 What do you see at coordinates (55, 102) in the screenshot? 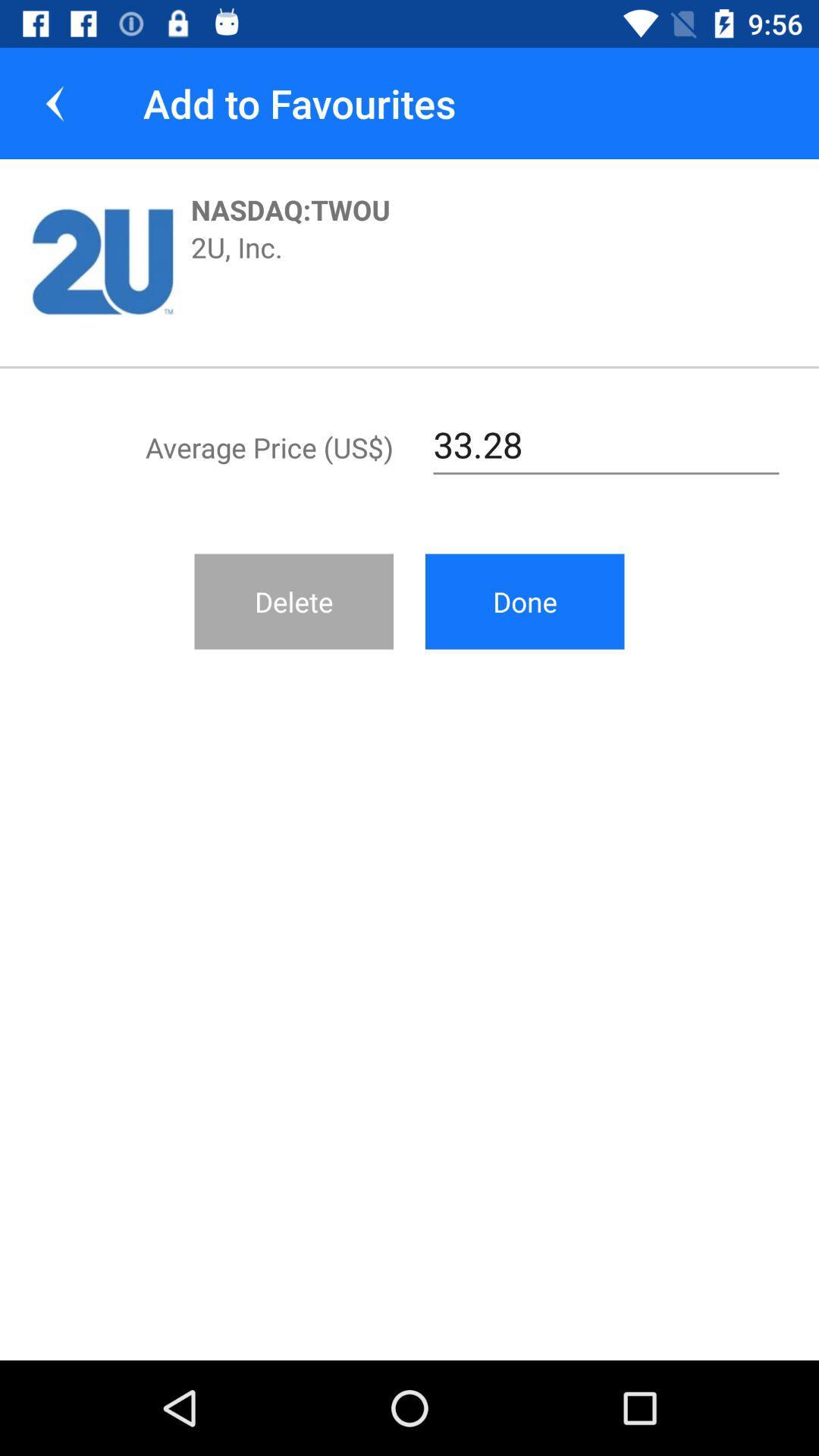
I see `the item to the left of add to favourites item` at bounding box center [55, 102].